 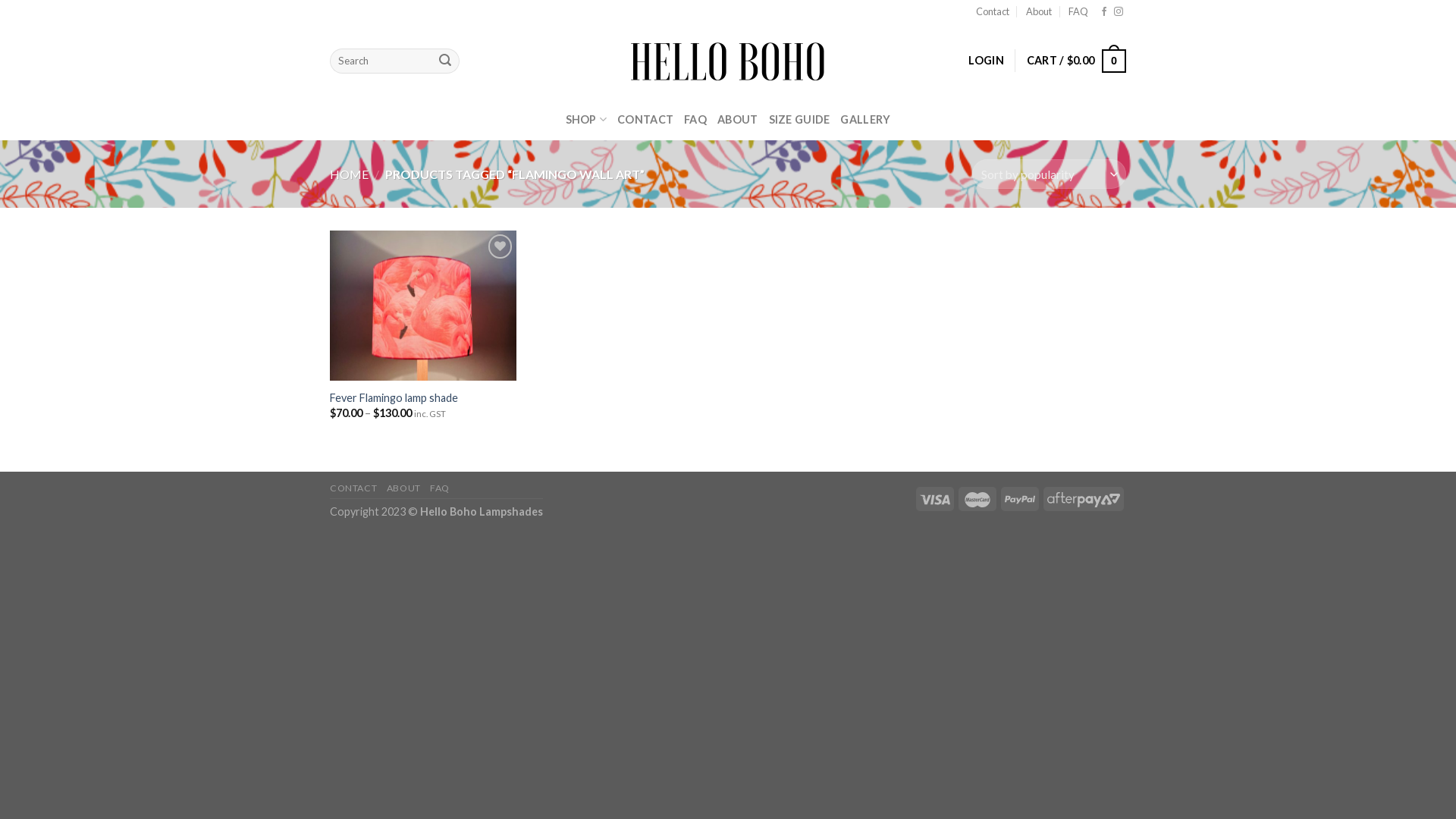 I want to click on 'SHOP', so click(x=585, y=118).